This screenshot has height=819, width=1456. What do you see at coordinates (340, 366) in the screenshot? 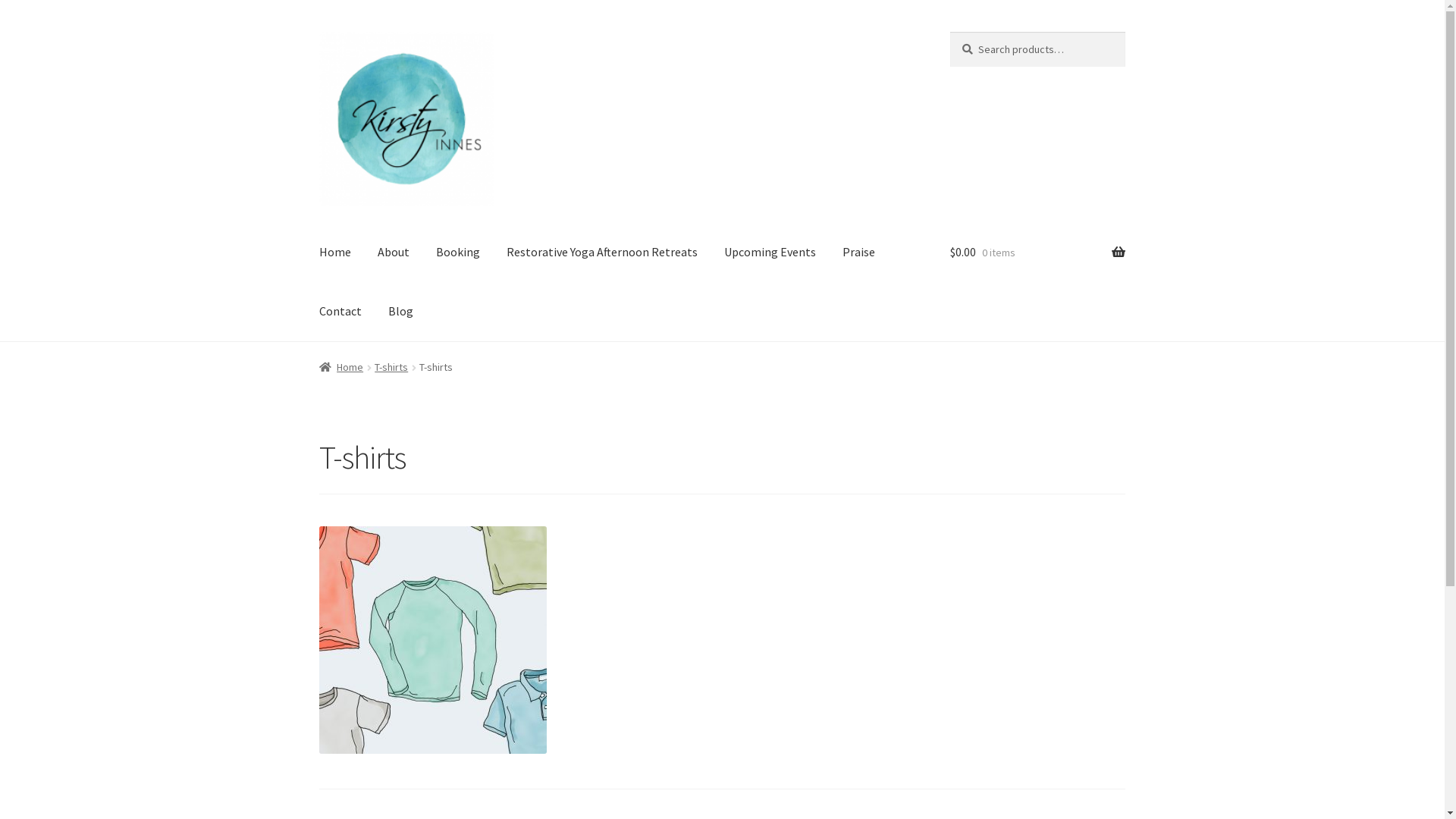
I see `'Home'` at bounding box center [340, 366].